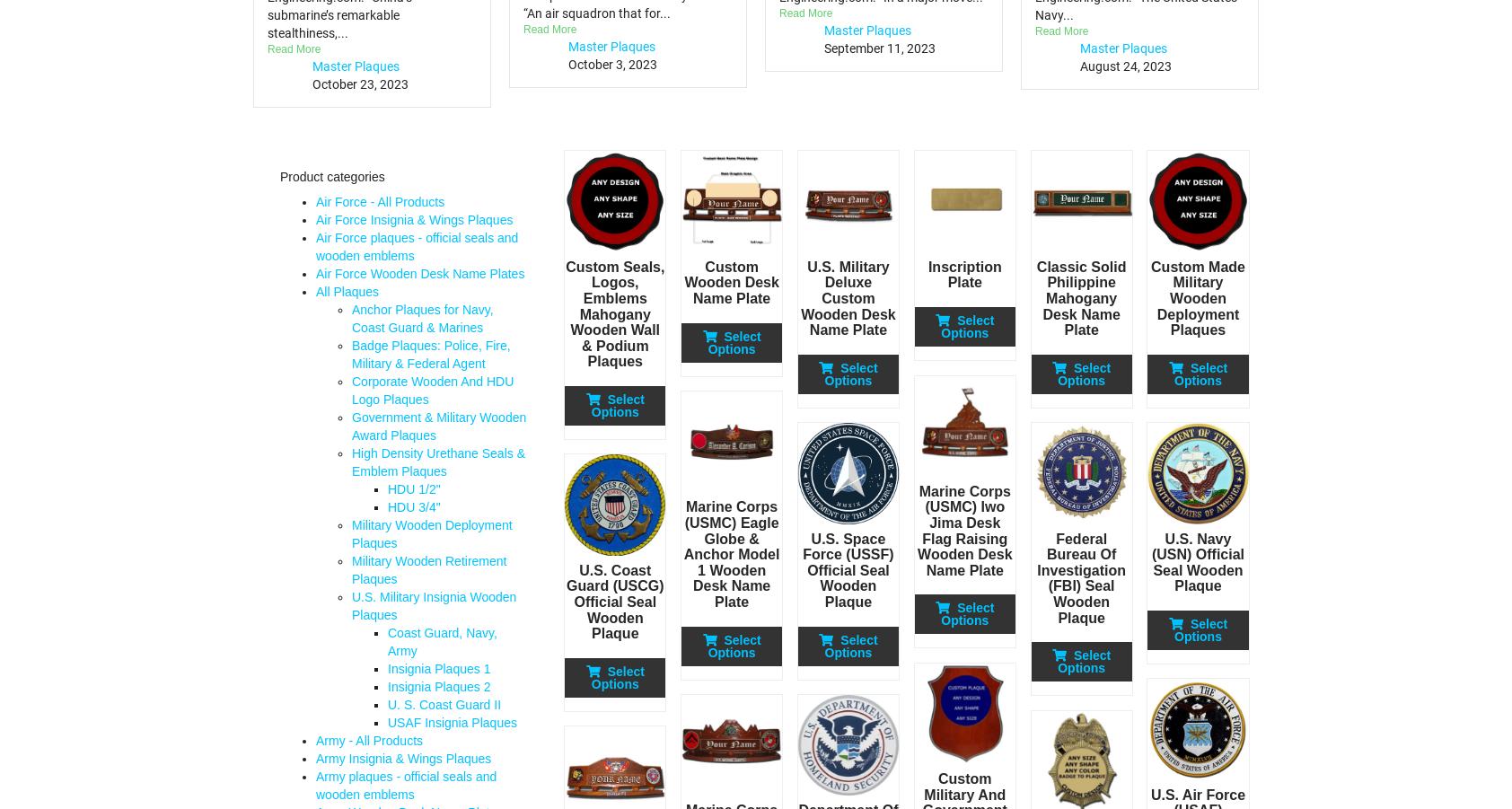 Image resolution: width=1512 pixels, height=809 pixels. I want to click on 'Army - All Products', so click(369, 740).